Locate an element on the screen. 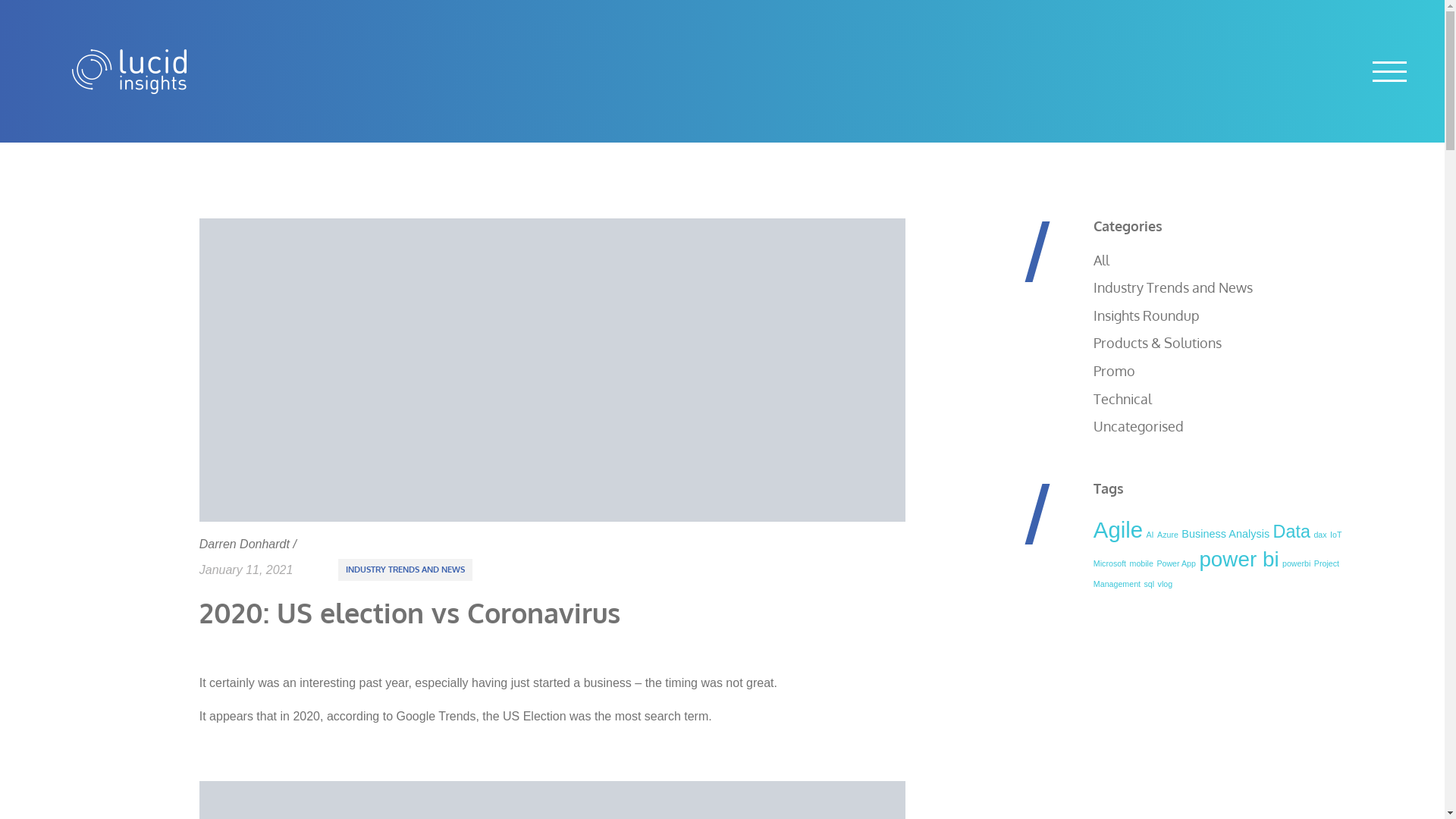 This screenshot has width=1456, height=819. 'AI' is located at coordinates (1150, 534).